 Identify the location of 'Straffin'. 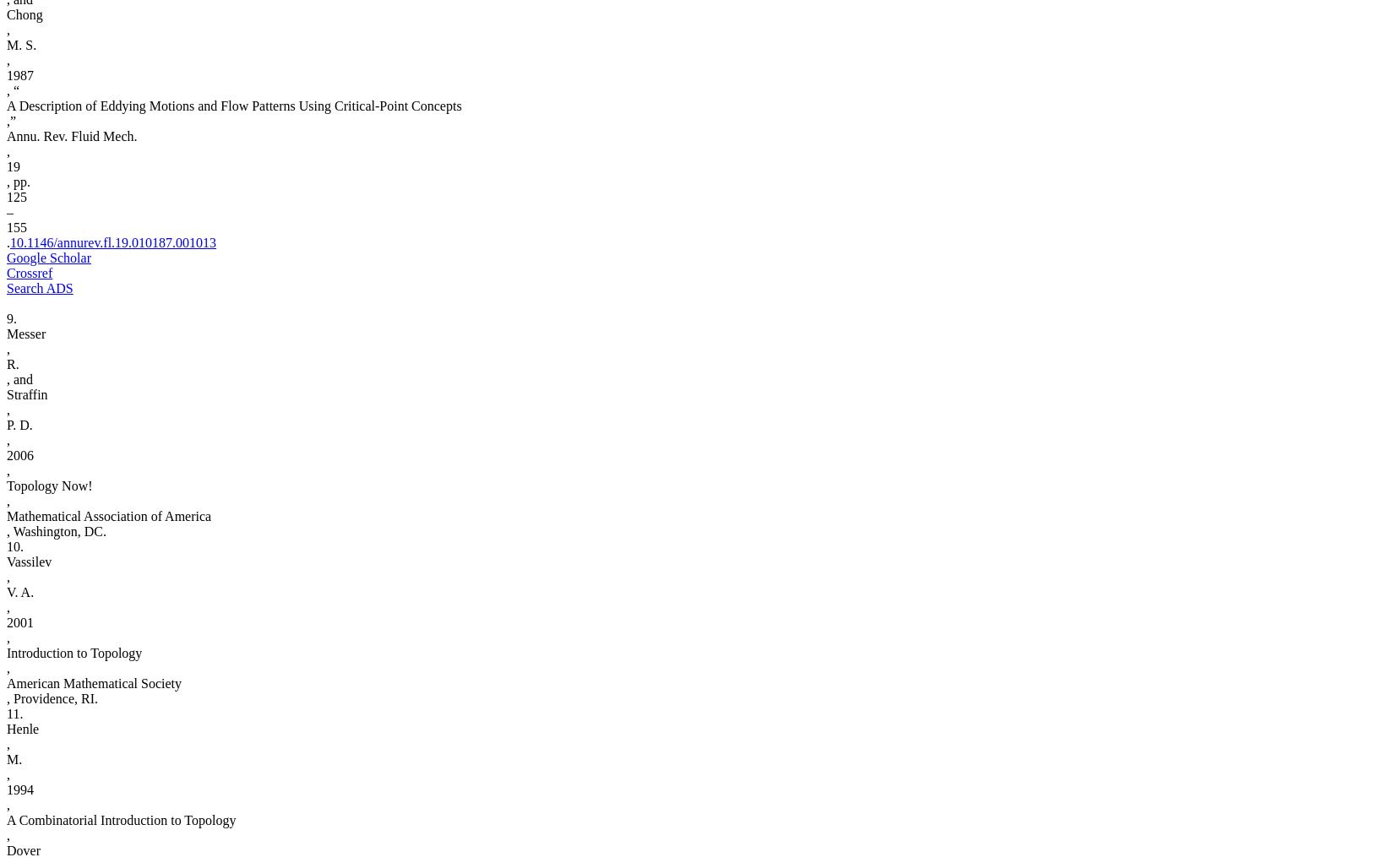
(25, 393).